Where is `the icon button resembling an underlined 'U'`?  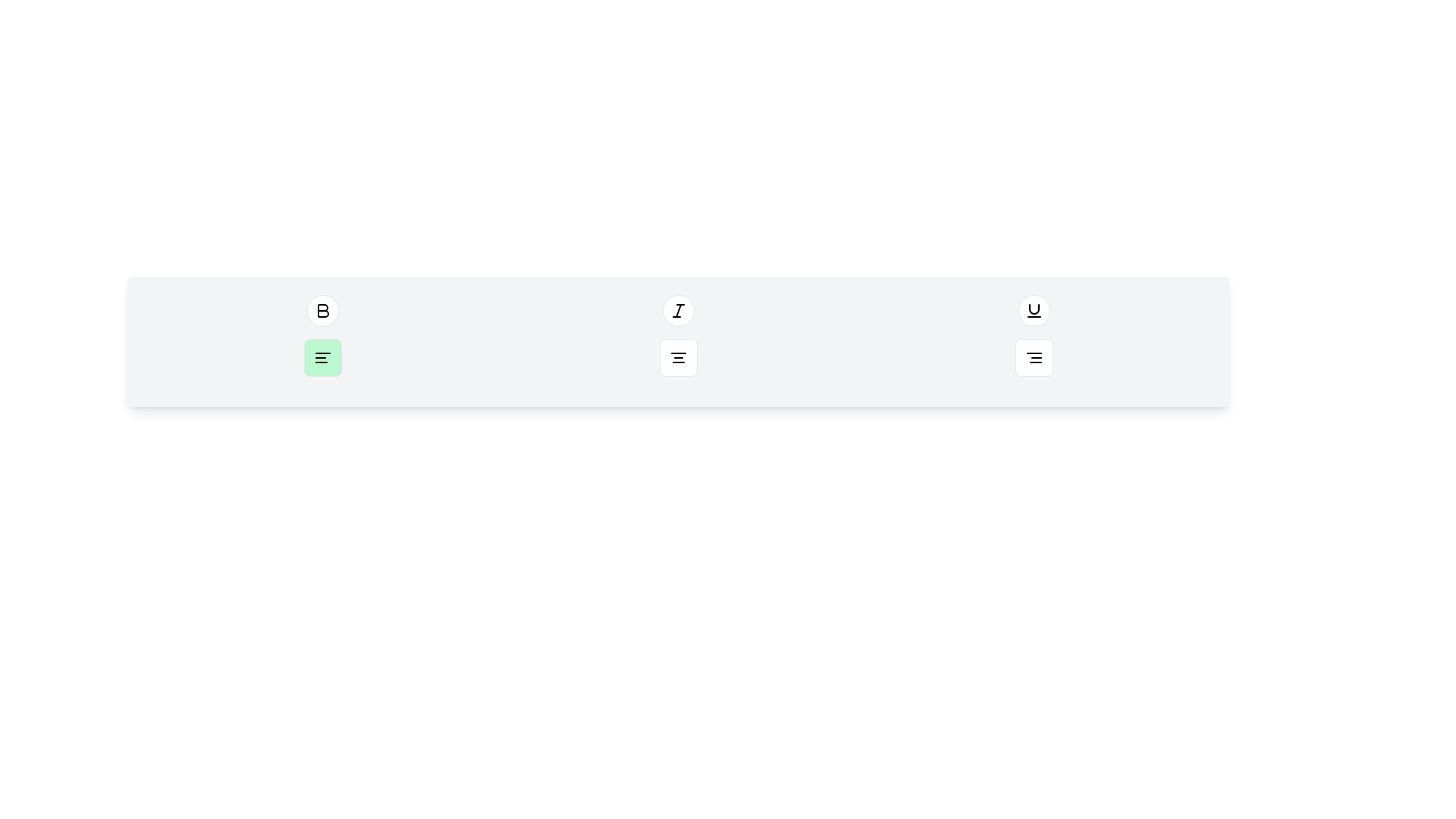 the icon button resembling an underlined 'U' is located at coordinates (1033, 309).